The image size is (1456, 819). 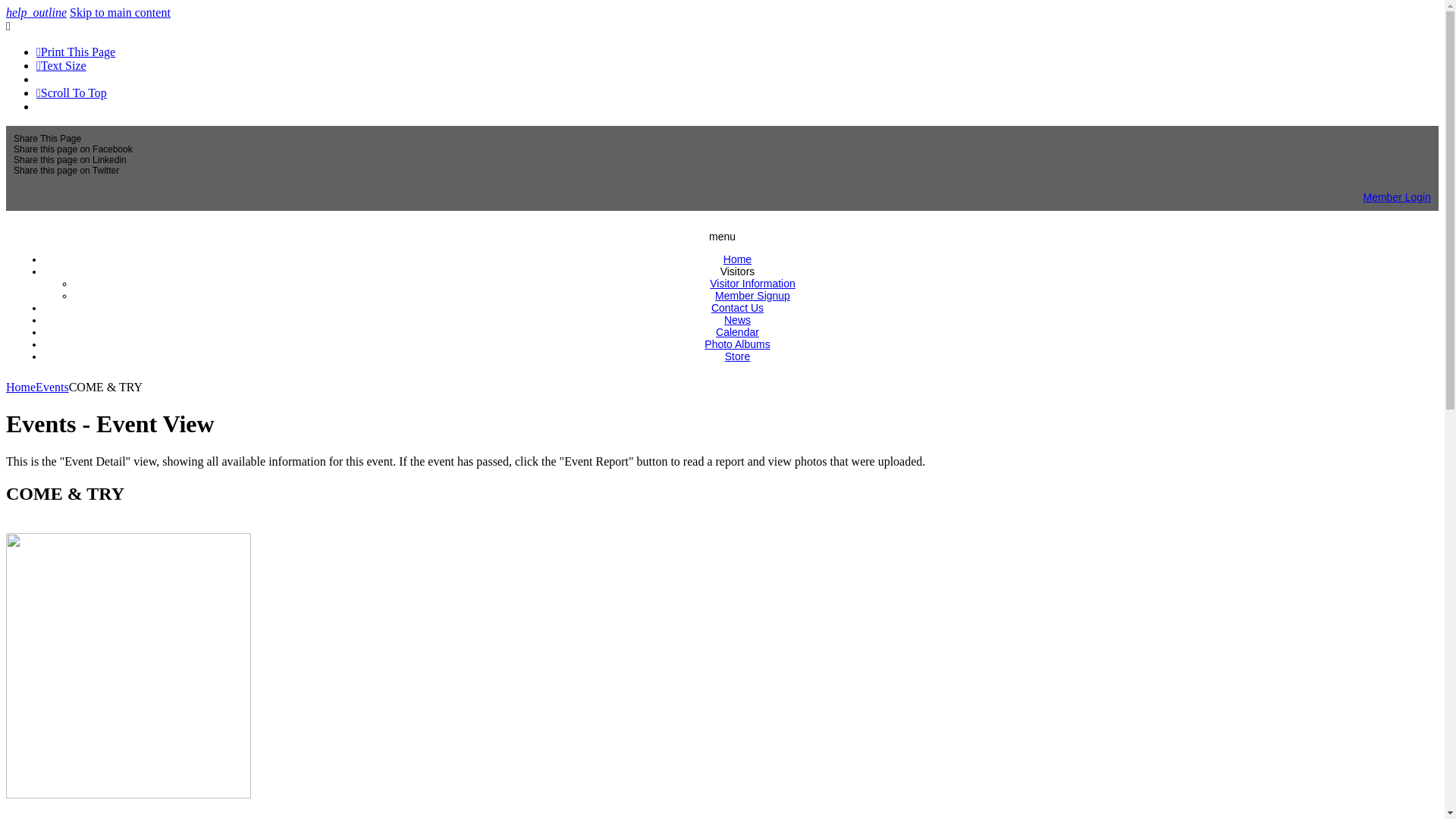 I want to click on 'Contact Us', so click(x=737, y=307).